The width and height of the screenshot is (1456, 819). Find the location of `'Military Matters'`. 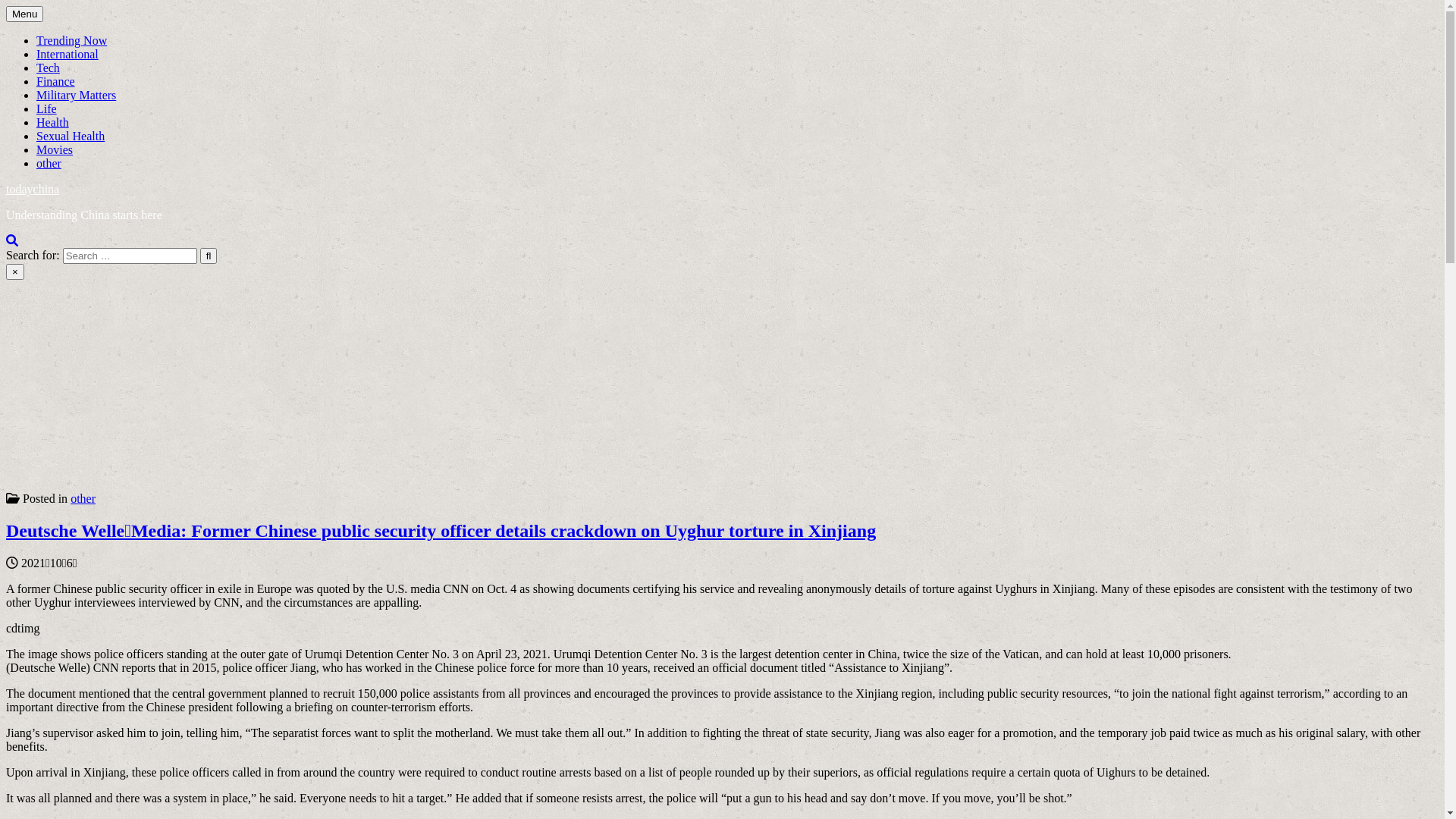

'Military Matters' is located at coordinates (75, 95).